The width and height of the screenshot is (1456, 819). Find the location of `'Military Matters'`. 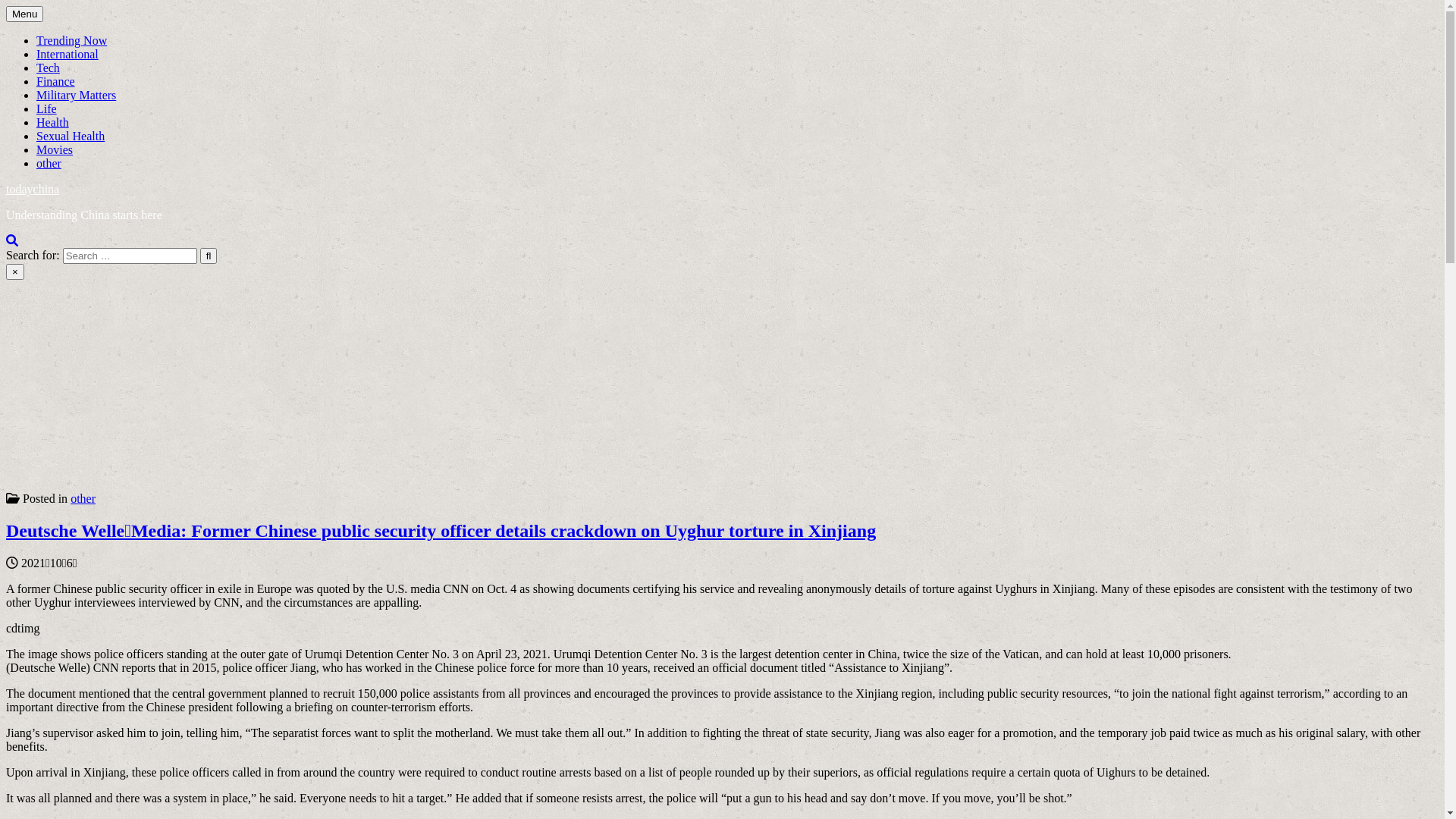

'Military Matters' is located at coordinates (75, 95).